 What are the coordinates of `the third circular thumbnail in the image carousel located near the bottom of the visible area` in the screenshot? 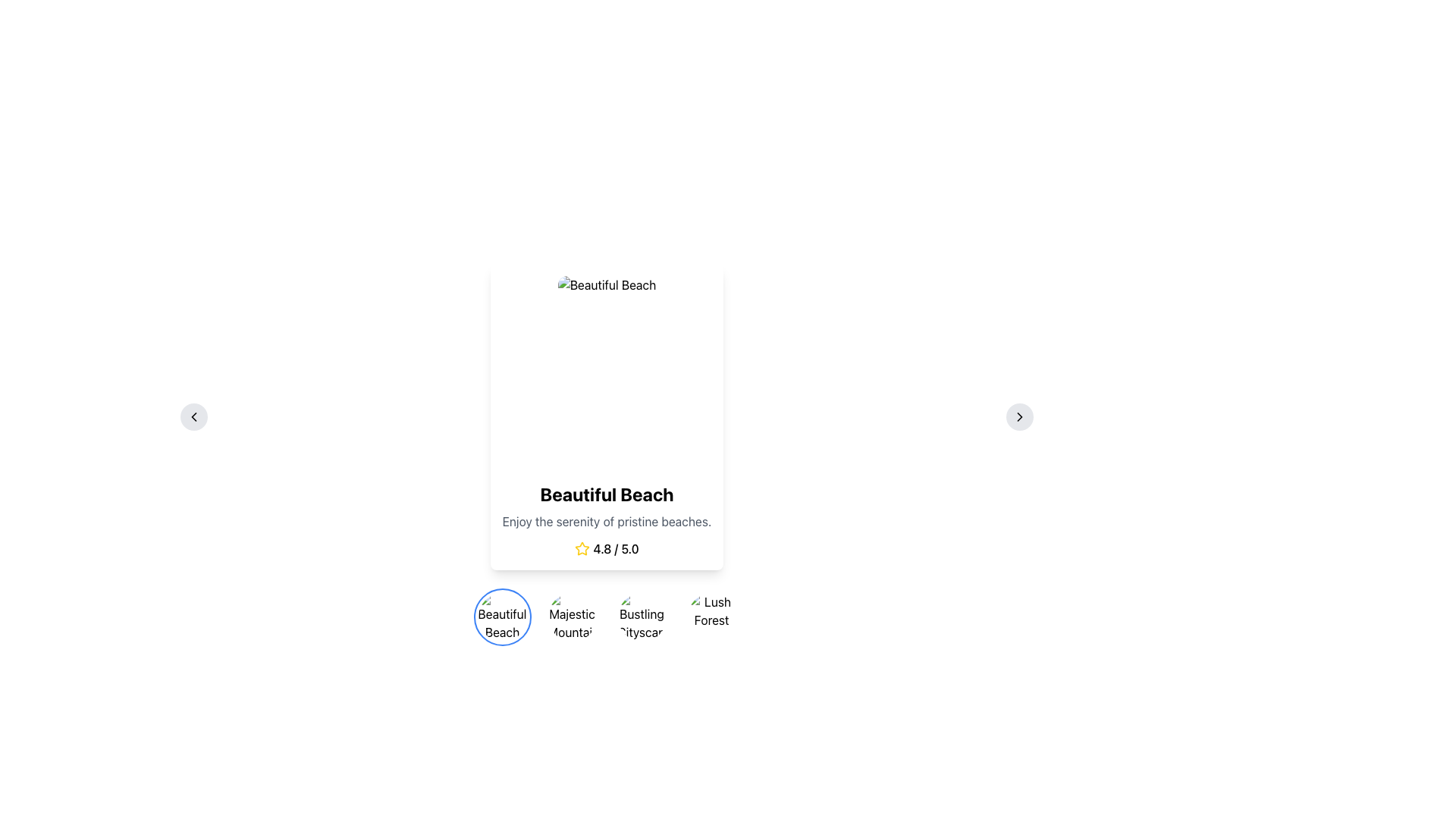 It's located at (607, 617).